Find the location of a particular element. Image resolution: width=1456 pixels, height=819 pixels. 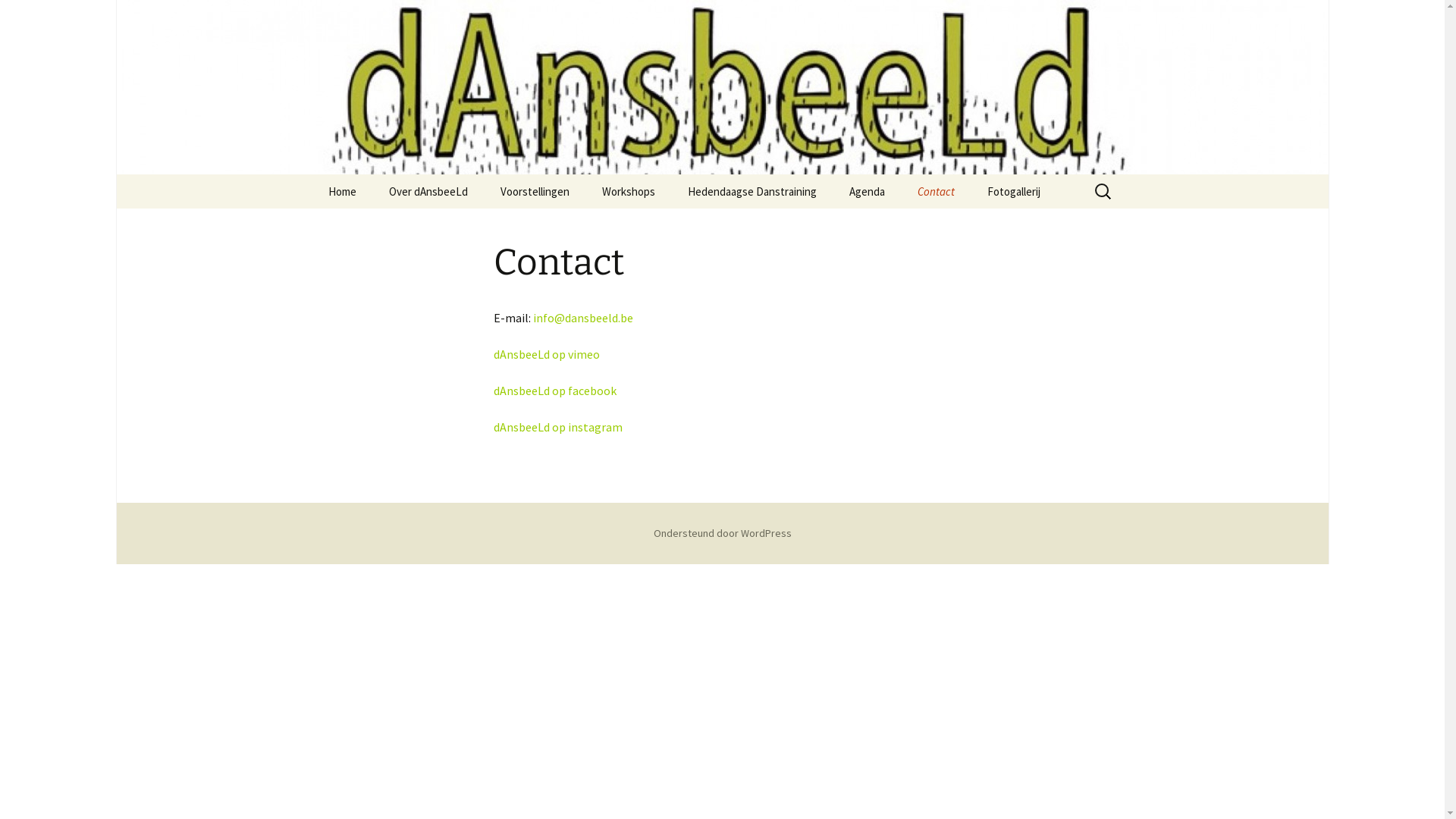

'Ondersteund door WordPress' is located at coordinates (722, 532).